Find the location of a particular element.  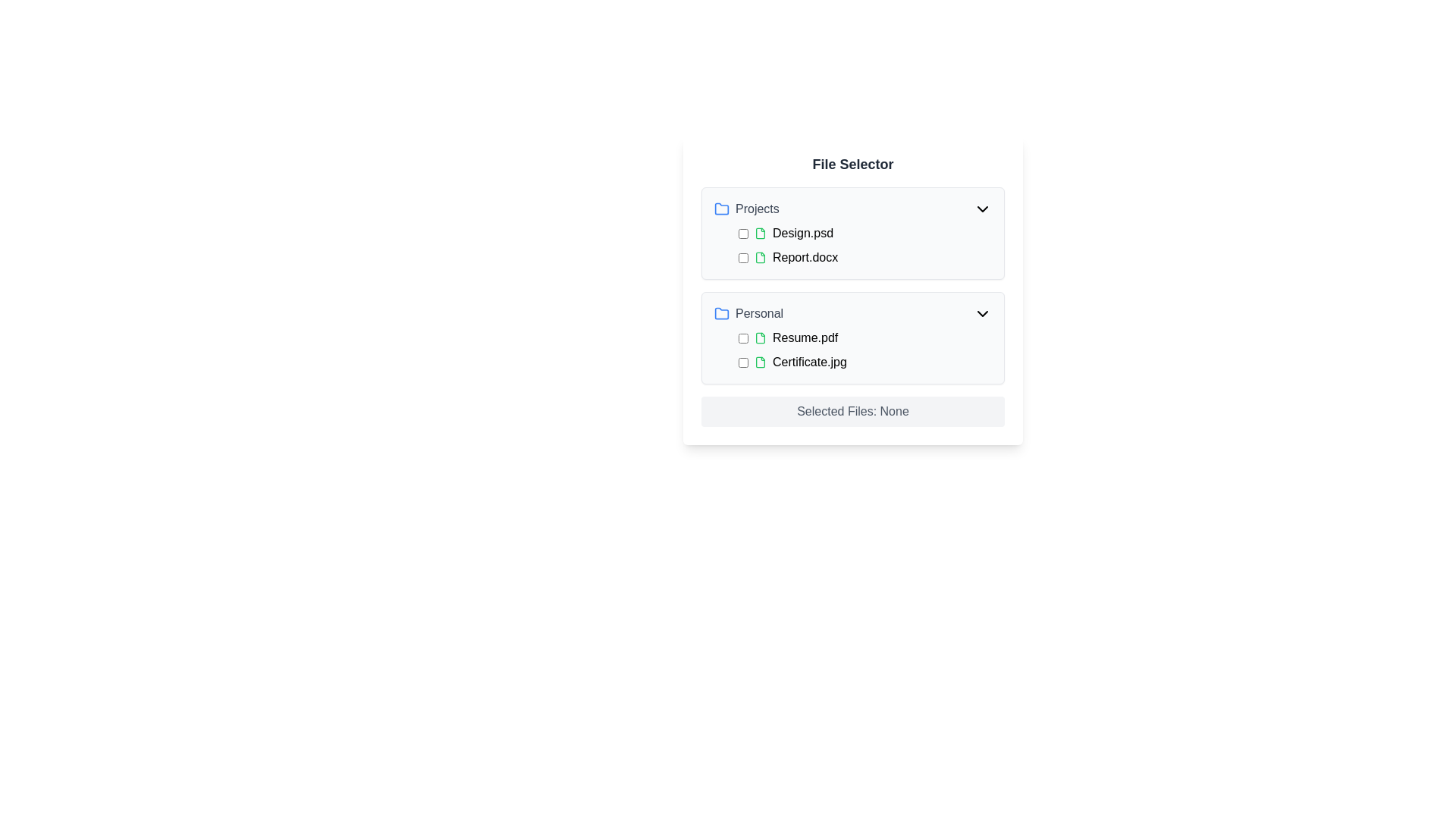

the file name 'Certificate.jpg' is located at coordinates (865, 362).